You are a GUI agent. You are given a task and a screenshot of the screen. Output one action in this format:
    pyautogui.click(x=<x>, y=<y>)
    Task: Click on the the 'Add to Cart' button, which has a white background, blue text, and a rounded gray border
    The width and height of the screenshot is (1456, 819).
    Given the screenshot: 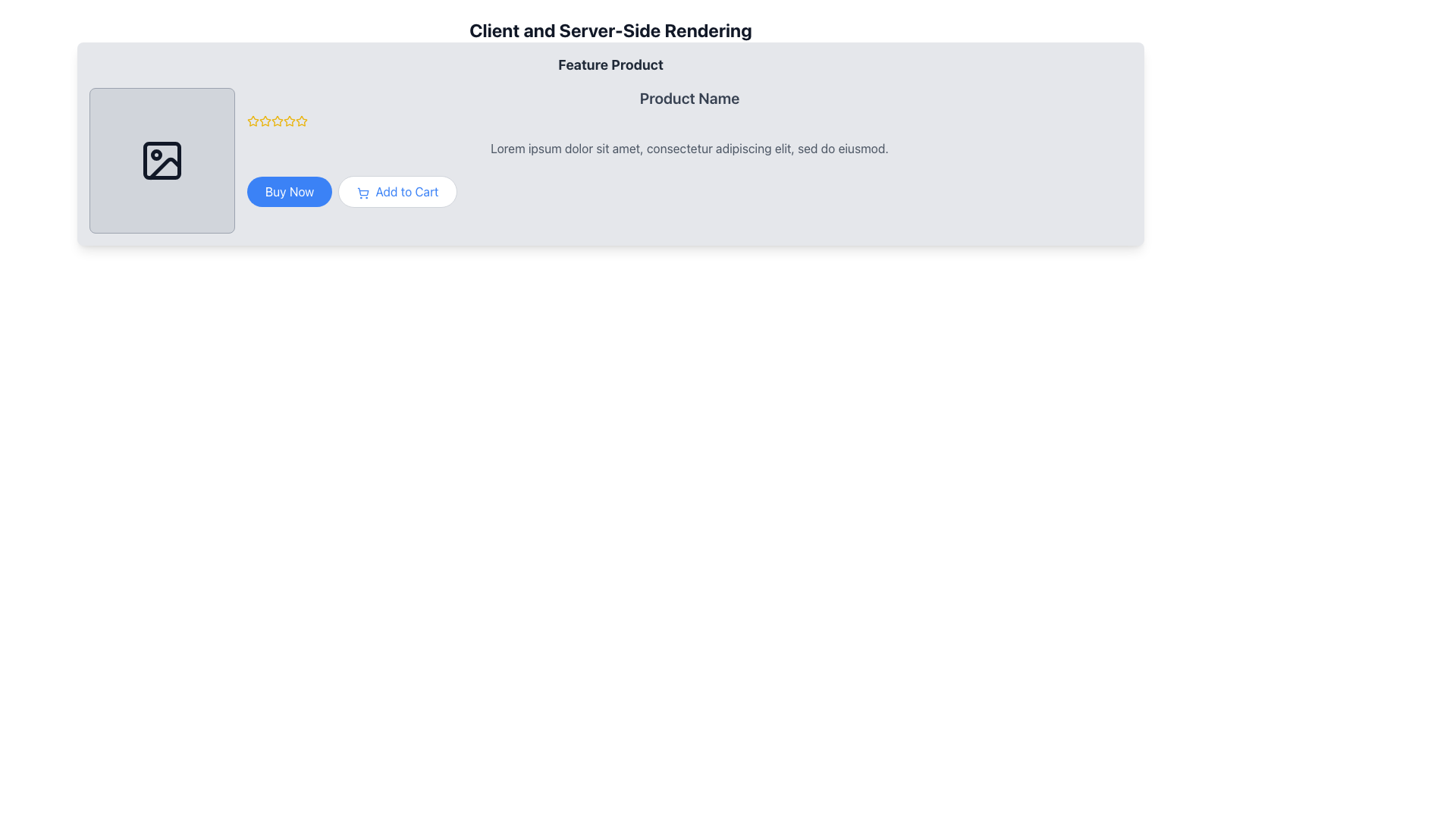 What is the action you would take?
    pyautogui.click(x=397, y=191)
    